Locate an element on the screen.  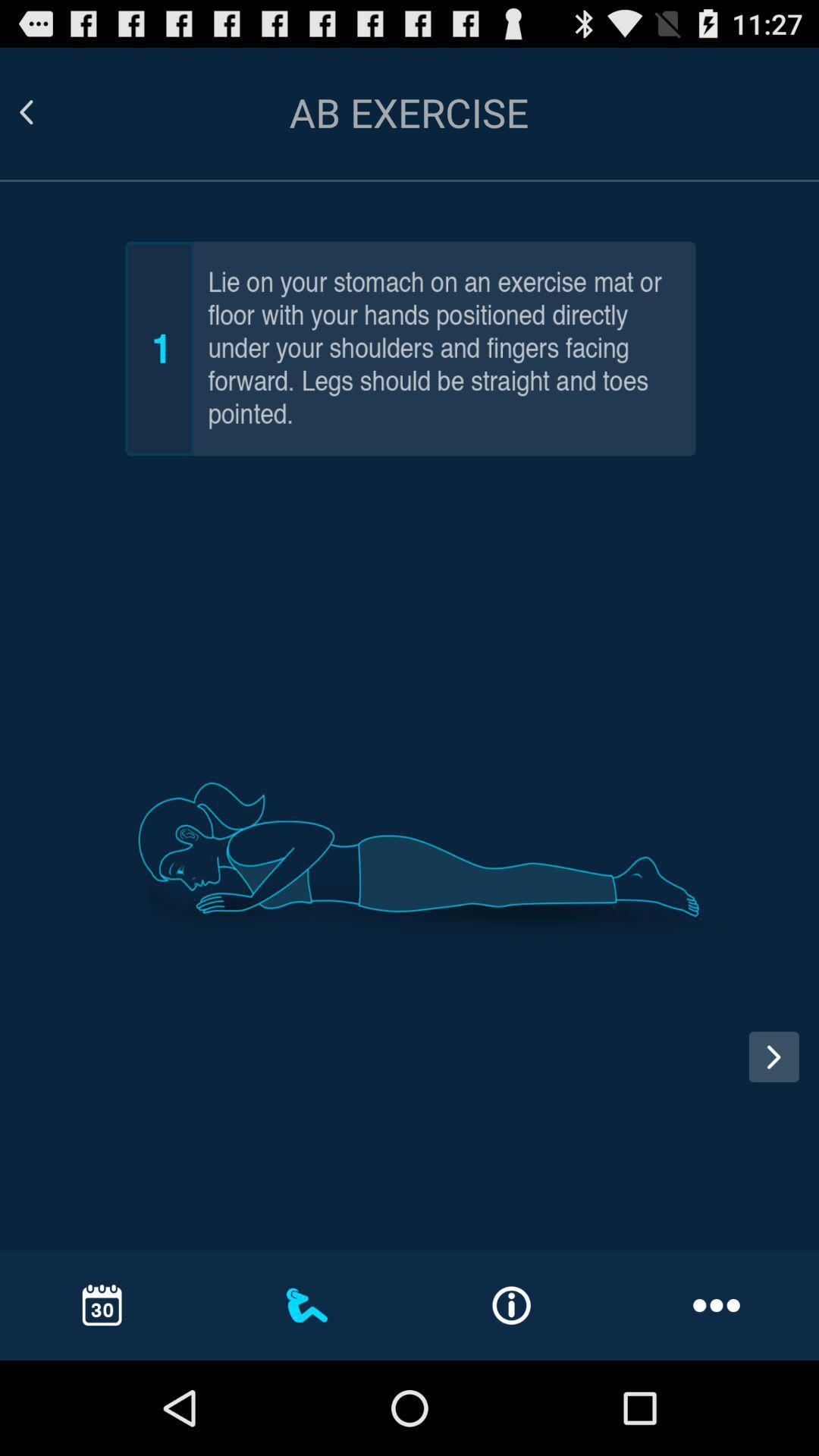
the arrow_backward icon is located at coordinates (44, 119).